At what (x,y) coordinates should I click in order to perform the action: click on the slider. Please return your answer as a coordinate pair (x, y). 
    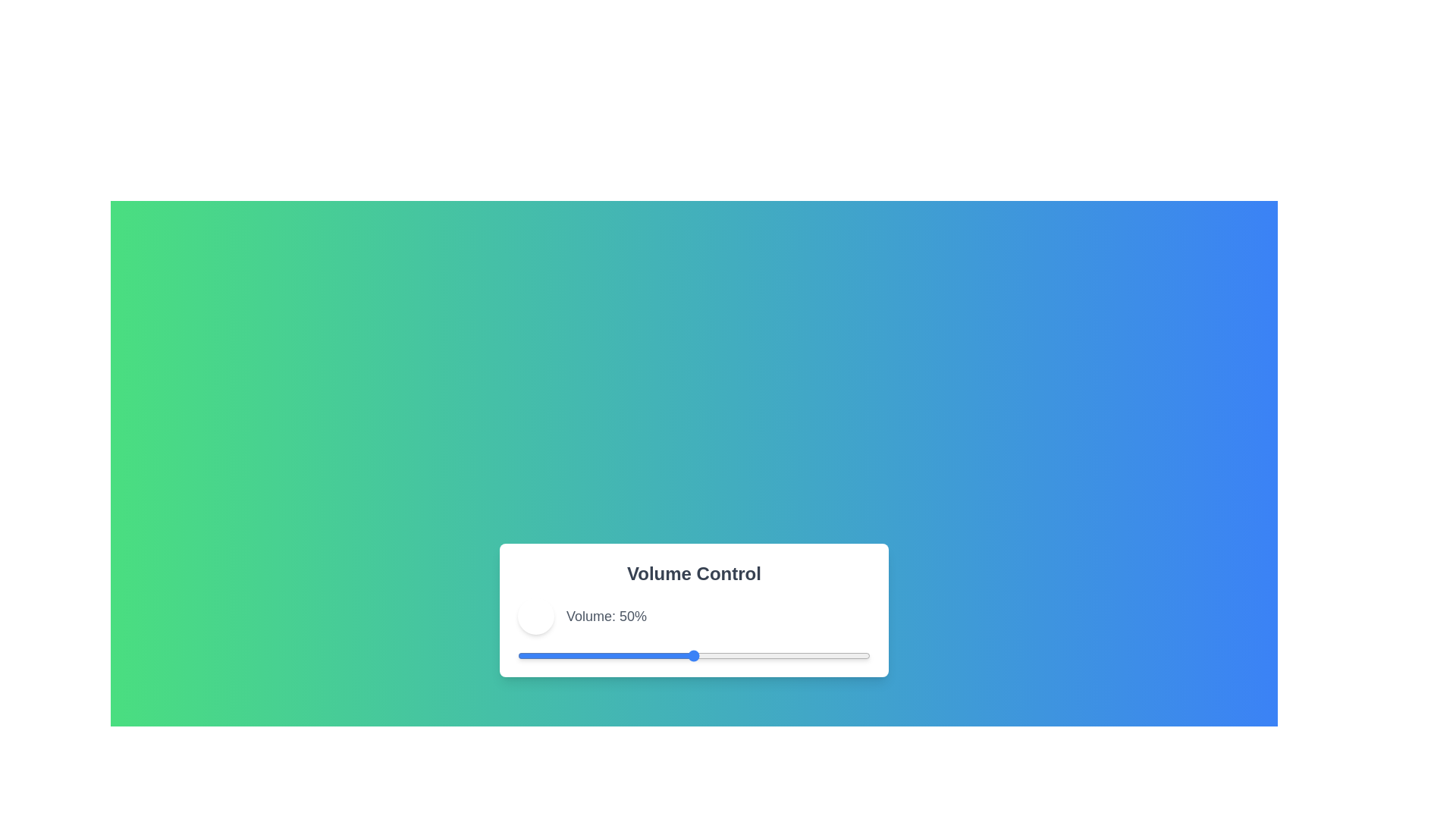
    Looking at the image, I should click on (736, 654).